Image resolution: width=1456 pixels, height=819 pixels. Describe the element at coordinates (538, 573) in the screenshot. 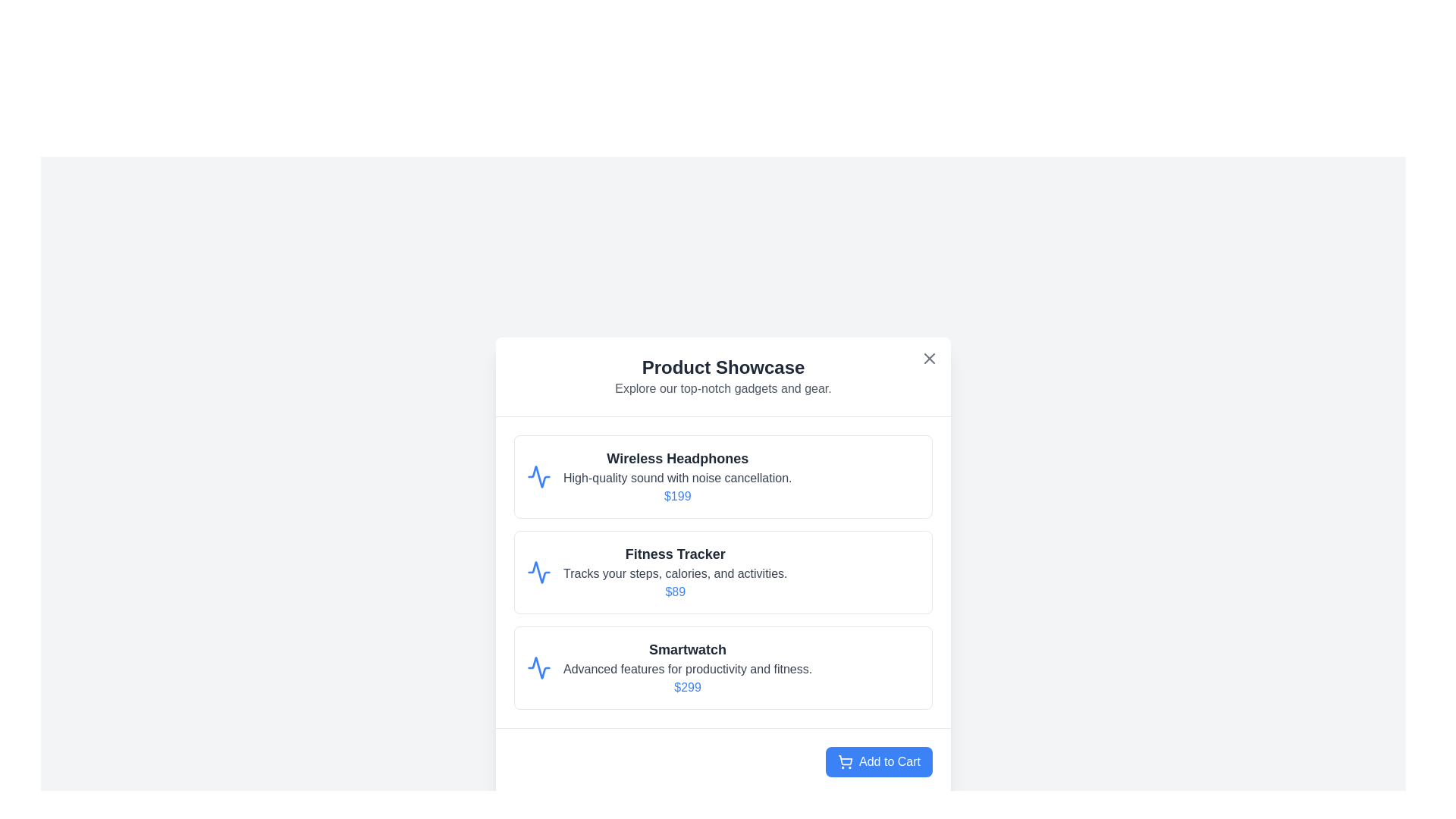

I see `blue waveform icon representing a fitness tracker, located in the second section of product descriptions, positioned to the left of the text 'Fitness Tracker' and above '$89'` at that location.